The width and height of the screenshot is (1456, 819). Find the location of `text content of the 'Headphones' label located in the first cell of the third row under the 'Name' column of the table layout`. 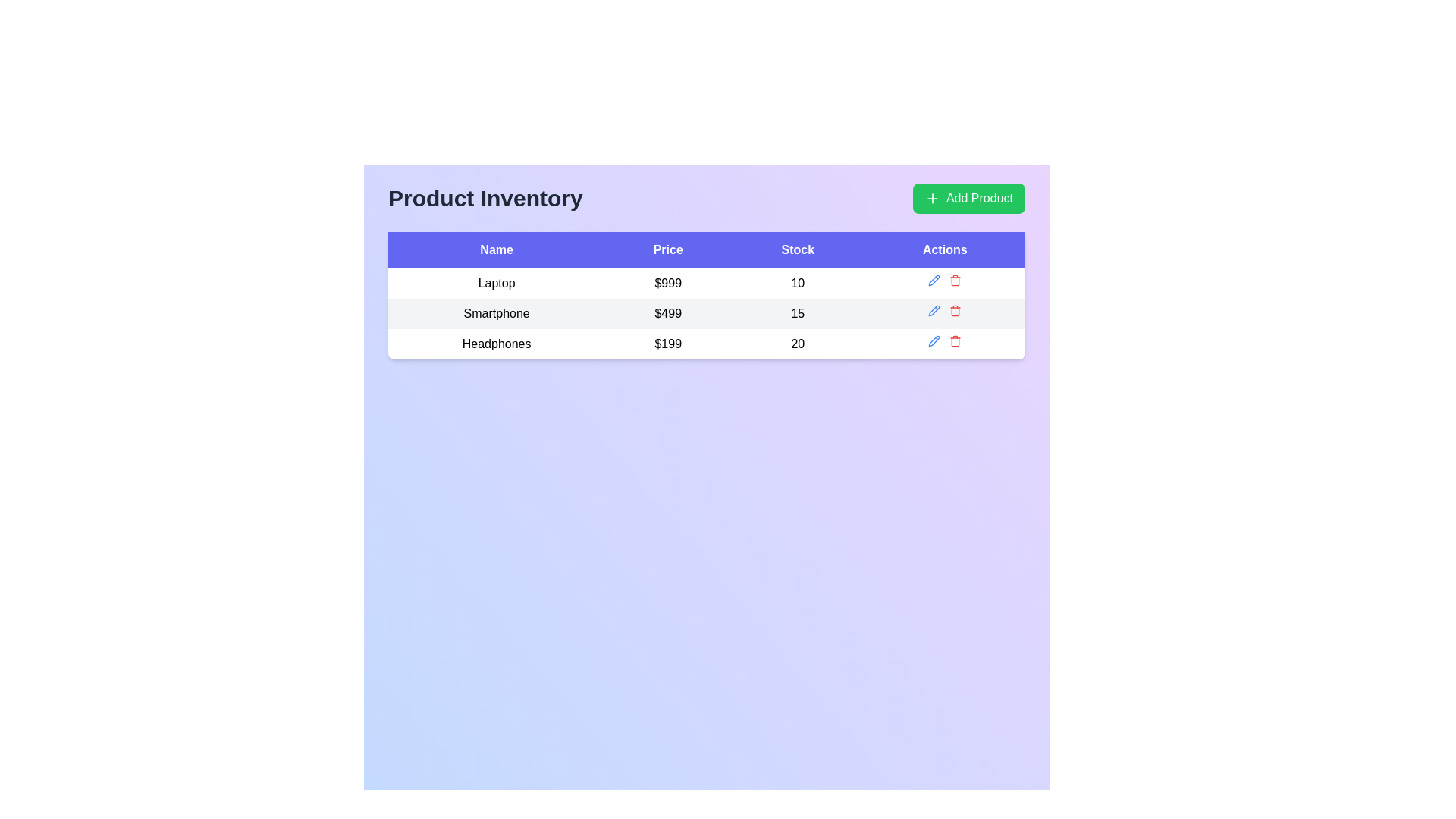

text content of the 'Headphones' label located in the first cell of the third row under the 'Name' column of the table layout is located at coordinates (497, 344).